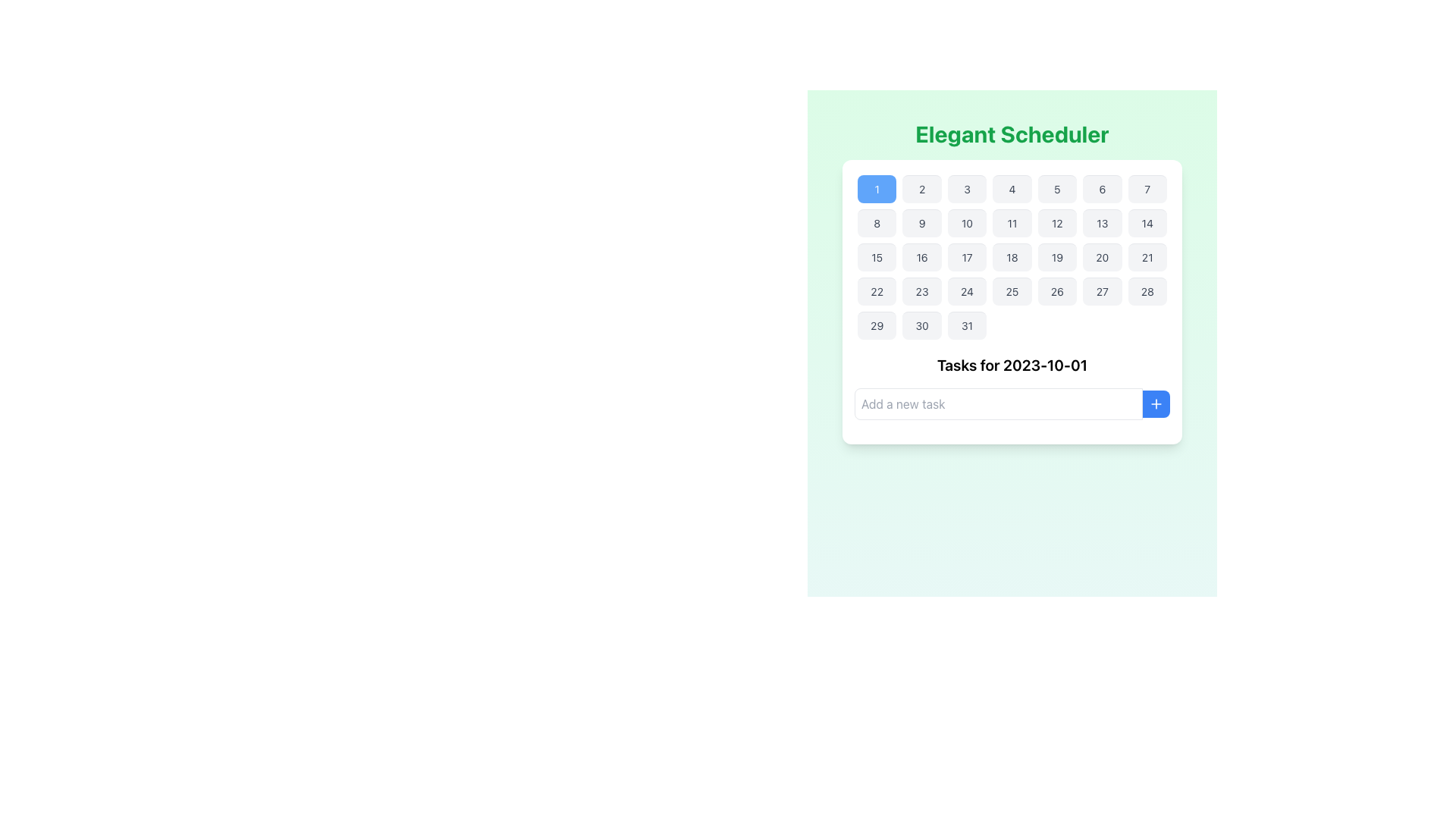 The width and height of the screenshot is (1456, 819). Describe the element at coordinates (1056, 223) in the screenshot. I see `the rounded rectangular button labeled '12' in the calendar grid below the 'Elegant Scheduler' heading to observe the hover effect` at that location.